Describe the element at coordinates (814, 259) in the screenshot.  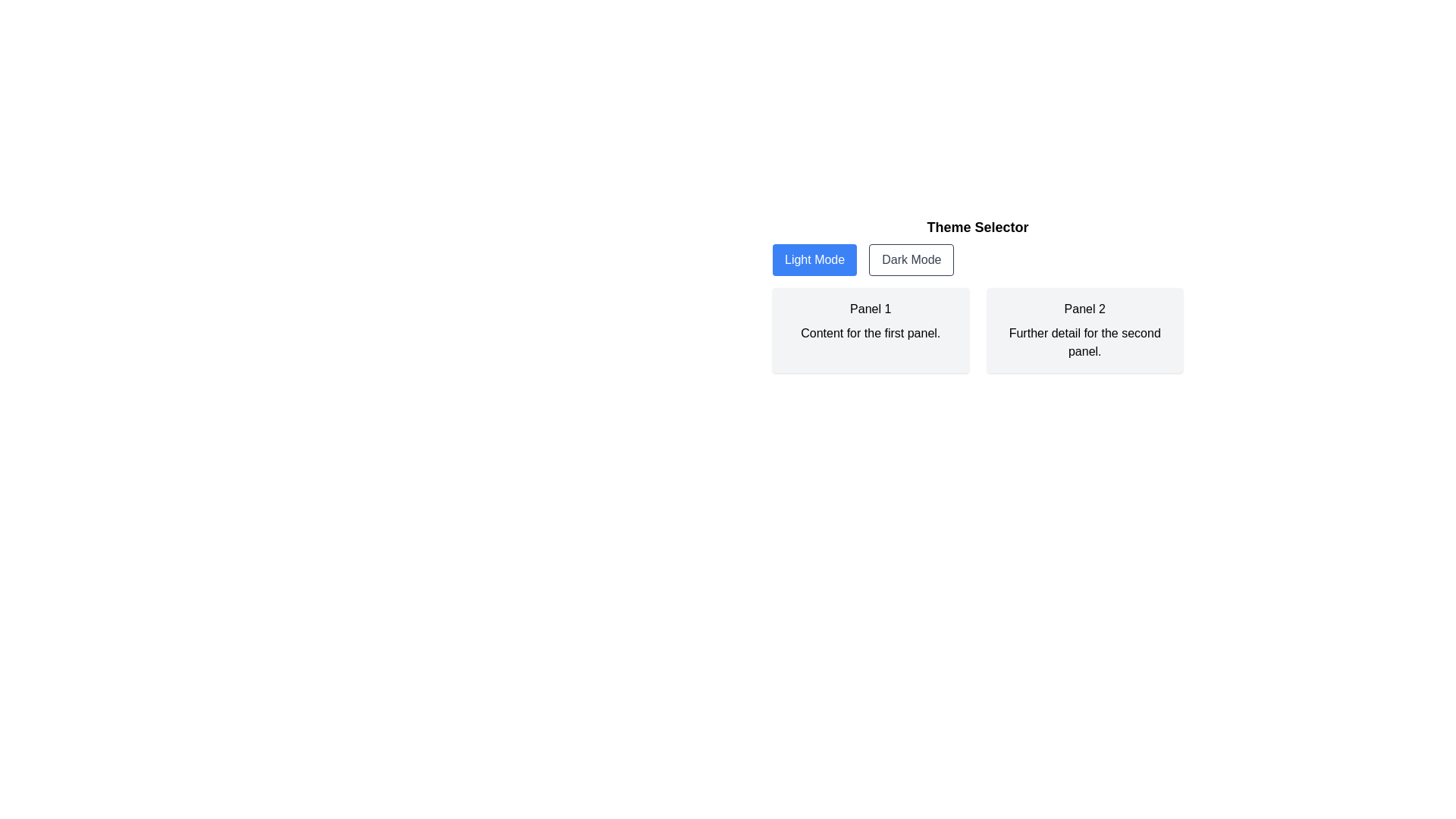
I see `the 'Light Mode' button, which is a rectangular button with a blue background and white text` at that location.